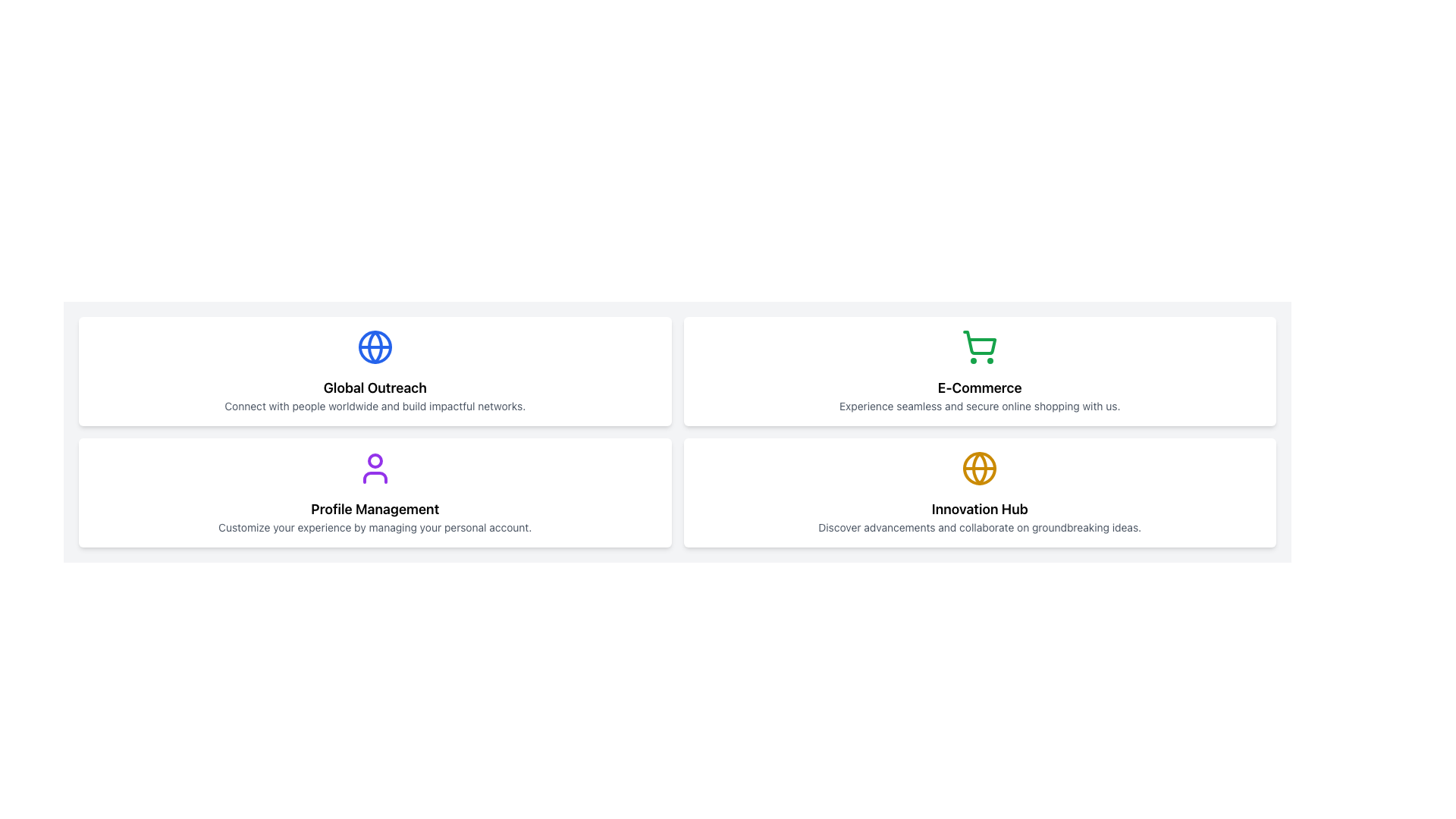 Image resolution: width=1456 pixels, height=819 pixels. Describe the element at coordinates (980, 371) in the screenshot. I see `the informational card featuring a green shopping cart icon and the text 'E-Commerce', located in the top-right corner of the 2x2 grid layout` at that location.